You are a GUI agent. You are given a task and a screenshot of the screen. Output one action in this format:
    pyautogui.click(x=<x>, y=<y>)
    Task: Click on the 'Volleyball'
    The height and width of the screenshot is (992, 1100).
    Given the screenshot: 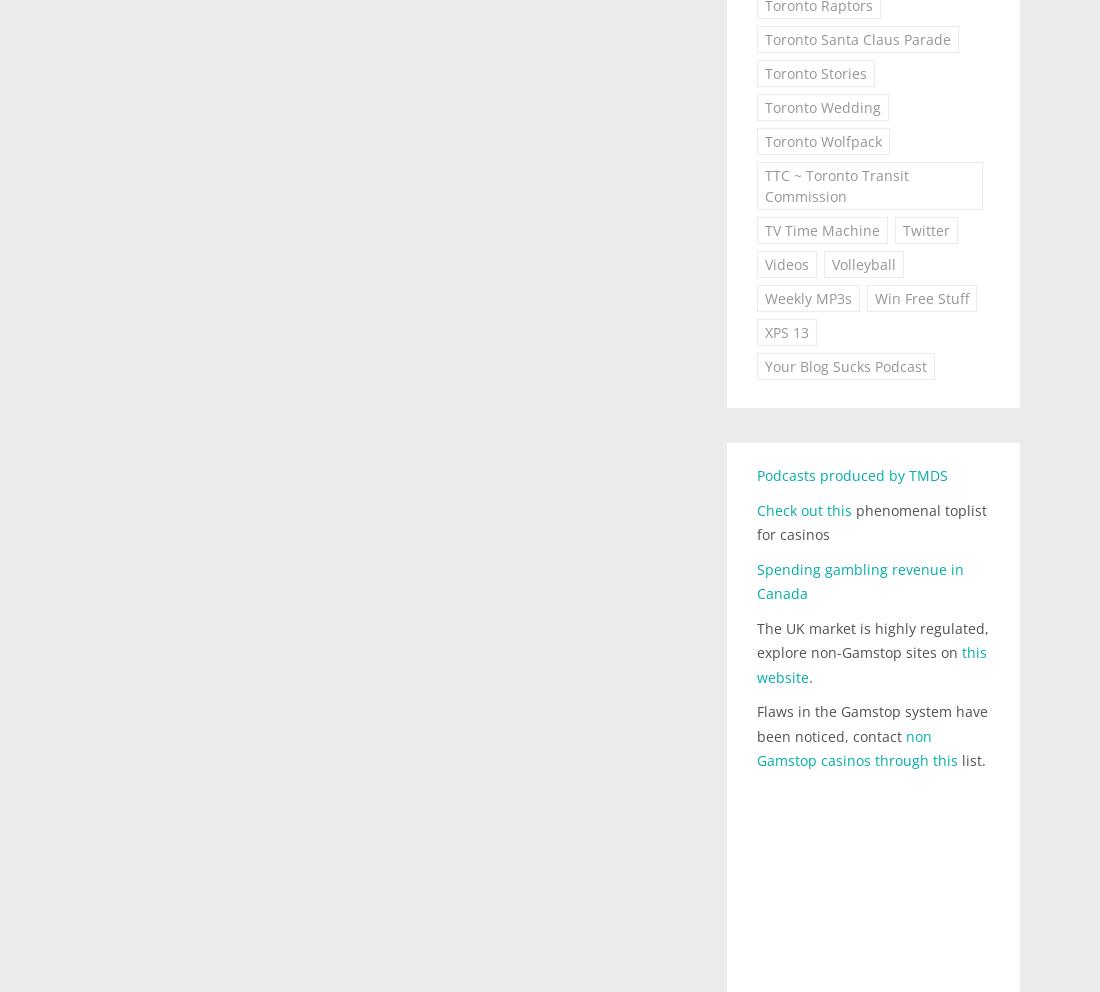 What is the action you would take?
    pyautogui.click(x=830, y=263)
    